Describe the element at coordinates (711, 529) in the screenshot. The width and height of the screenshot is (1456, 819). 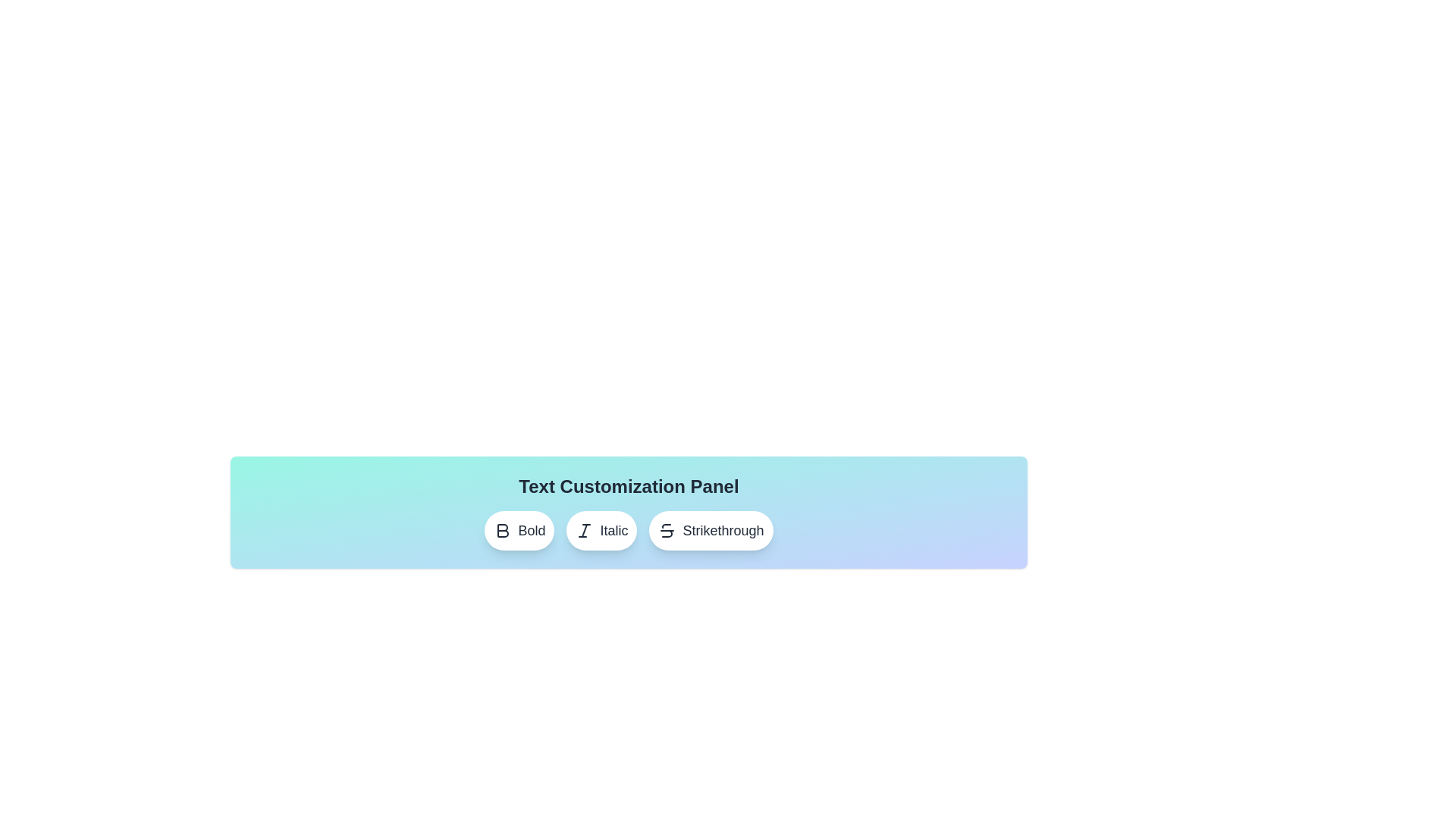
I see `the 'Strikethrough' button which is the third button in a horizontal group of buttons, featuring a strikethrough icon and dark gray text on a white background, to apply strikethrough formatting` at that location.